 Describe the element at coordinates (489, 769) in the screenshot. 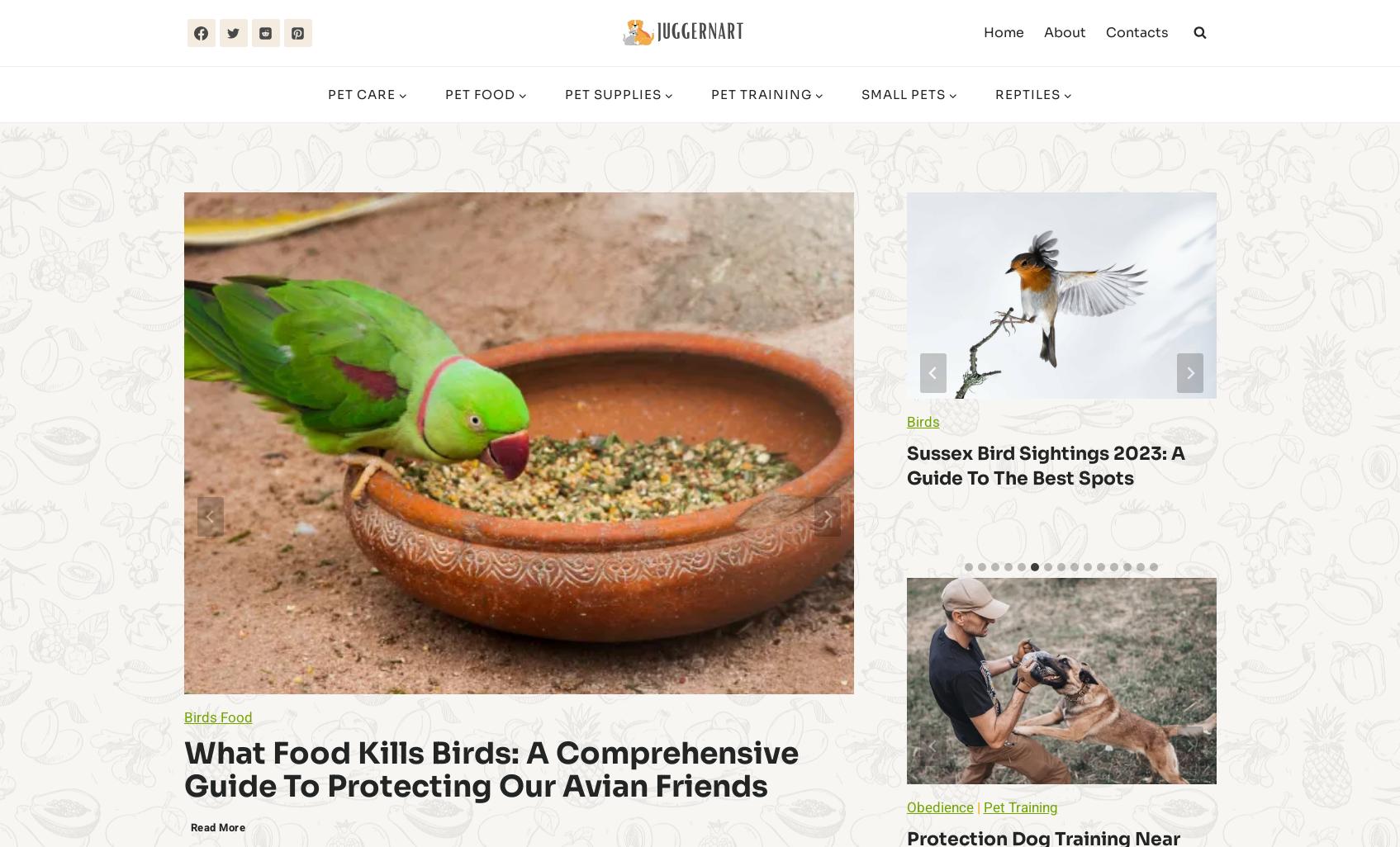

I see `'What Food Kills Birds: A Comprehensive Guide to Protecting Our Avian Friends'` at that location.